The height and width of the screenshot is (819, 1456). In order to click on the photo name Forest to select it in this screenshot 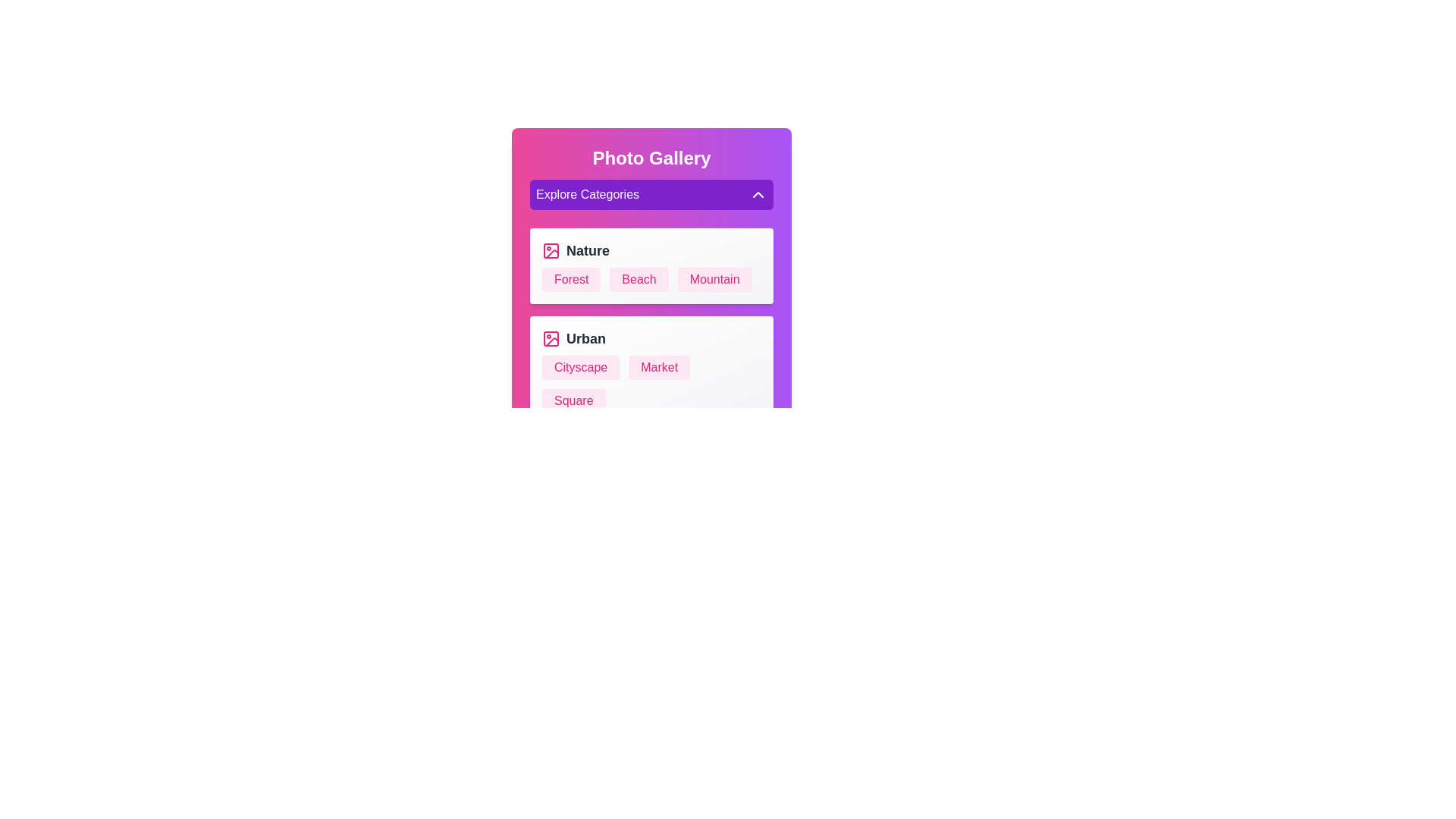, I will do `click(570, 280)`.